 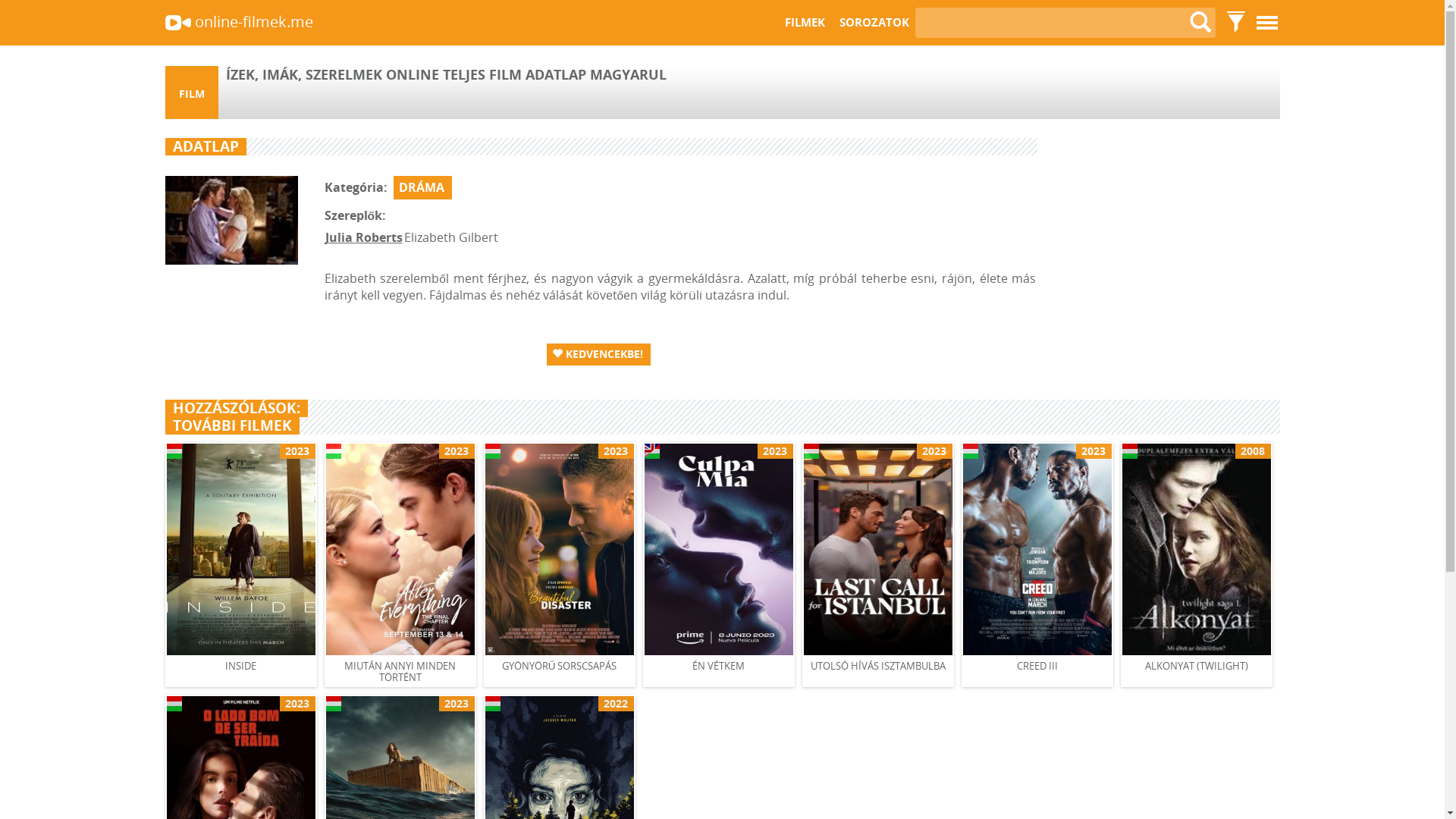 I want to click on 'Julia Roberts', so click(x=362, y=237).